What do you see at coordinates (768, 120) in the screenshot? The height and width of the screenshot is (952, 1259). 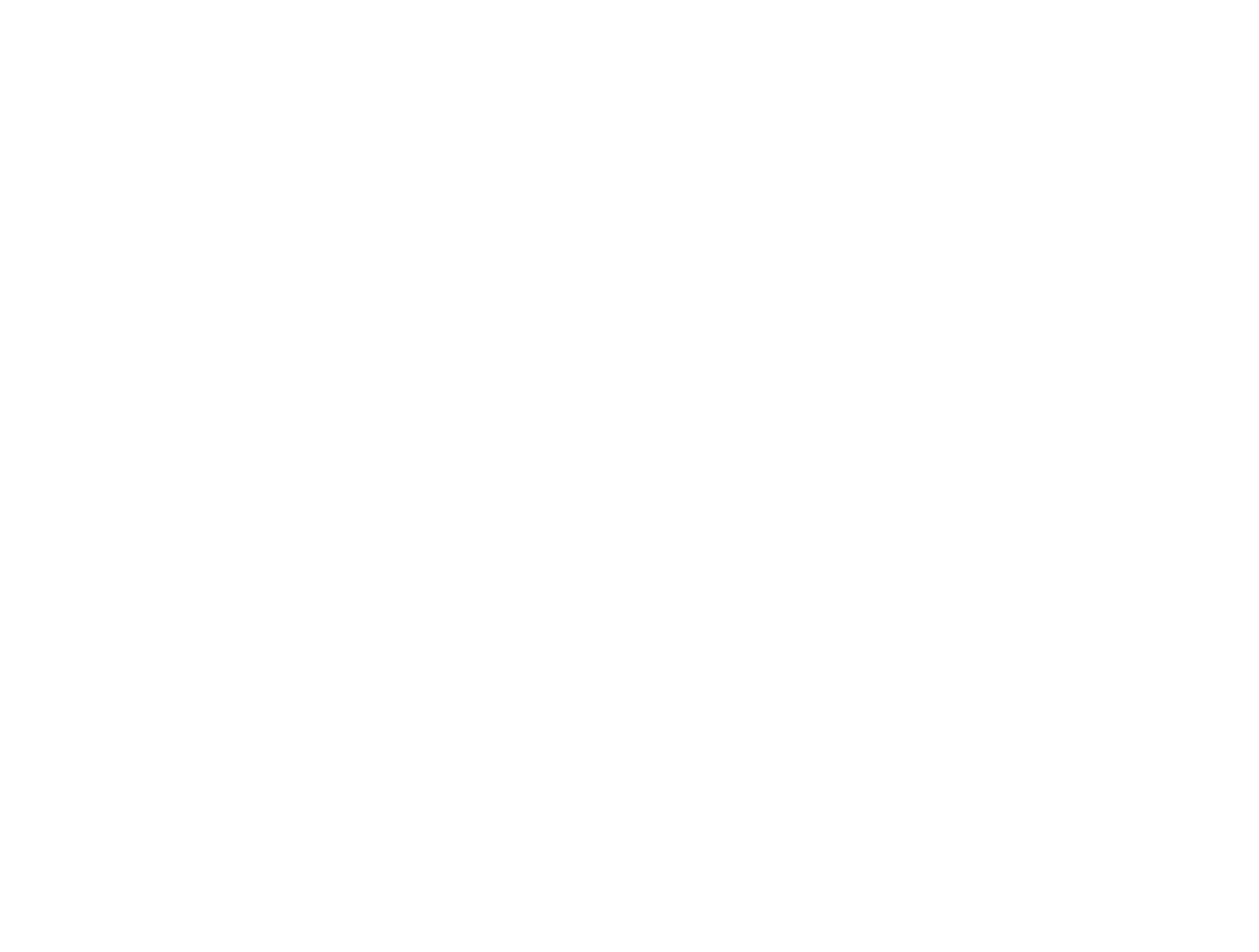 I see `'Kendon Trailer Replacement Center Rigid Caster (2003-Up)'` at bounding box center [768, 120].